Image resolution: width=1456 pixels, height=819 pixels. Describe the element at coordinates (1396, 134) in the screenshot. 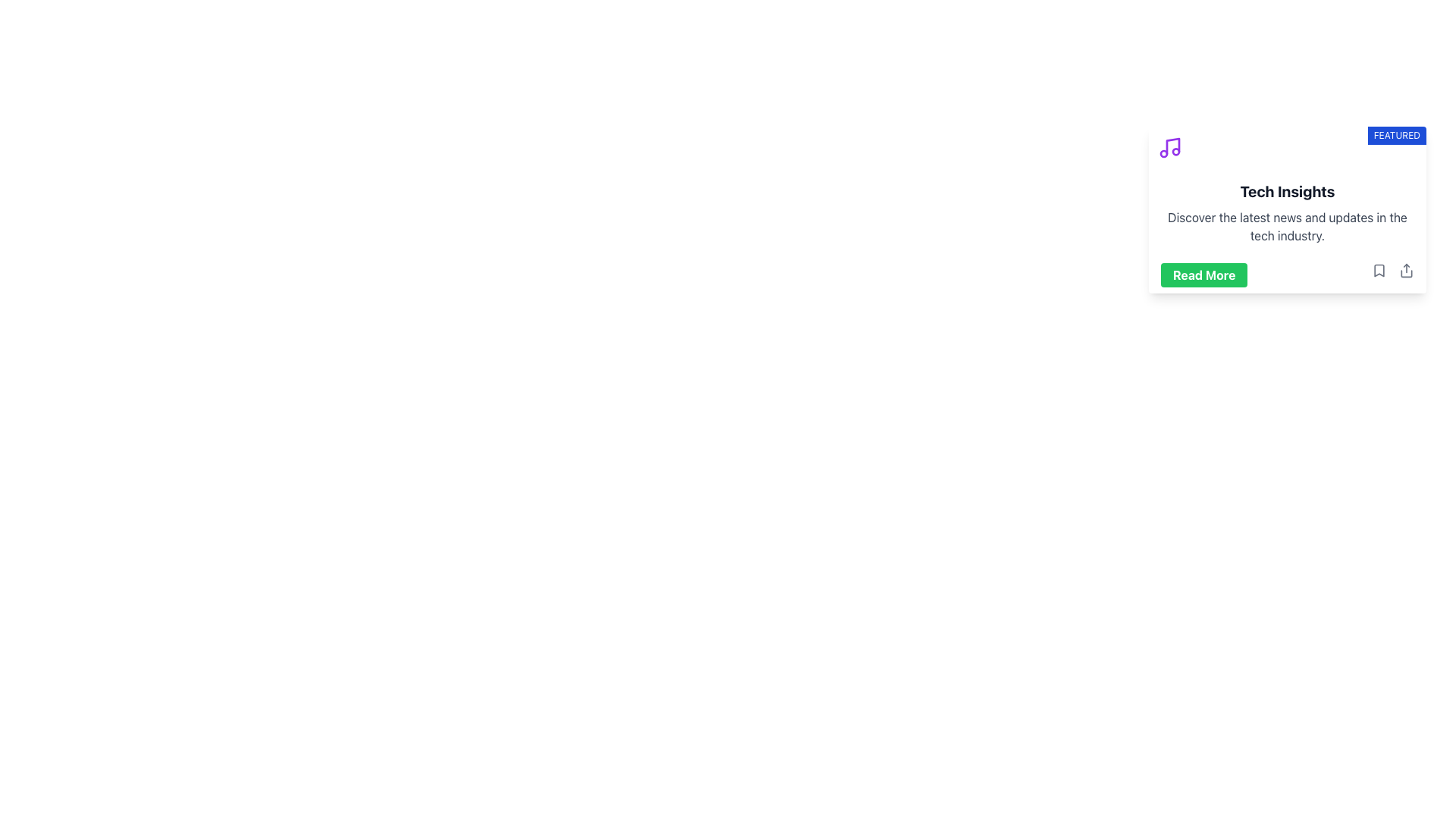

I see `displayed text 'FEATURED' from the small rectangular label with a blue background located at the top right corner of the card` at that location.